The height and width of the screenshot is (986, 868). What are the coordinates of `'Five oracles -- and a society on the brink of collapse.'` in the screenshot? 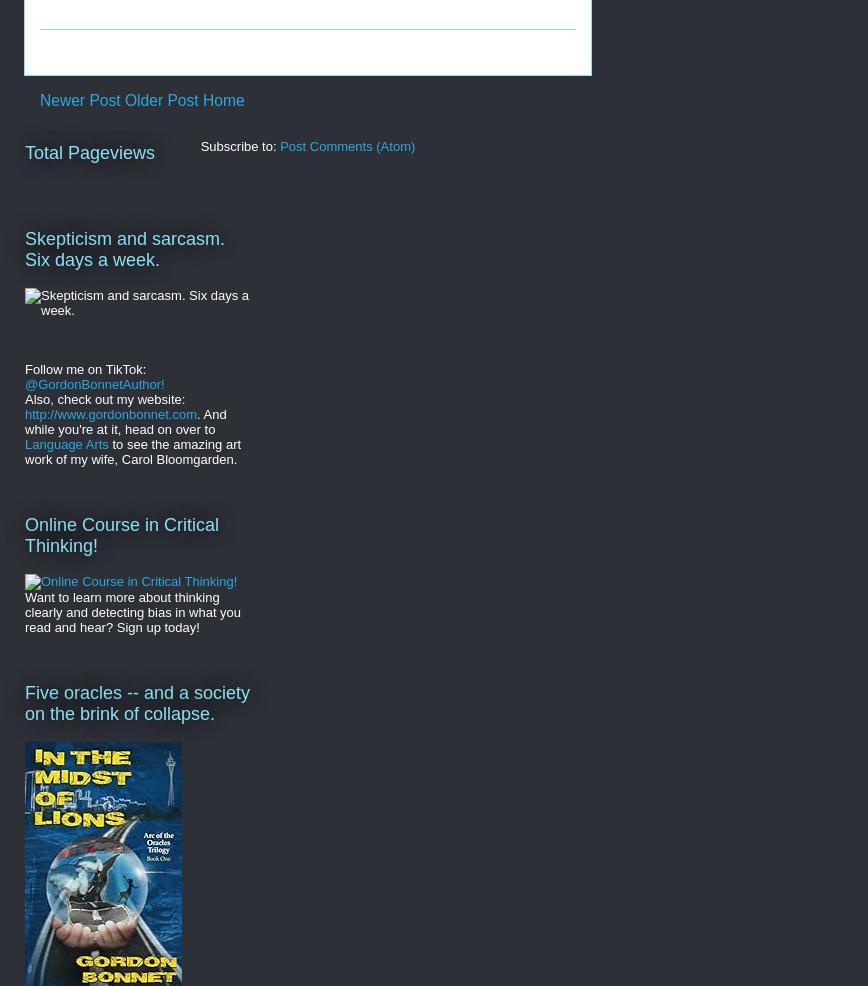 It's located at (137, 701).